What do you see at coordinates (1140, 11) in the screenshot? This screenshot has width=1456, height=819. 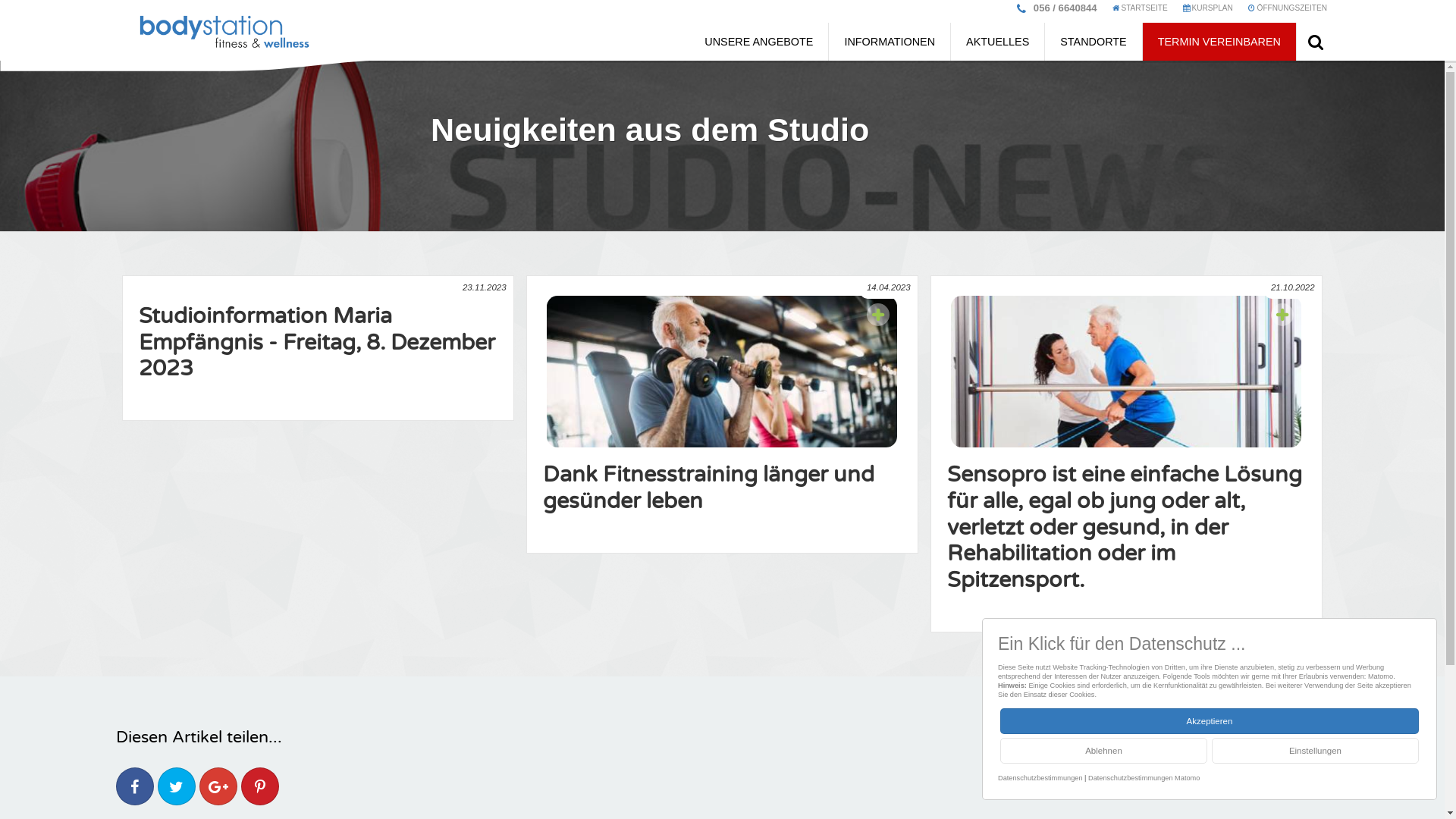 I see `'STARTSEITE'` at bounding box center [1140, 11].